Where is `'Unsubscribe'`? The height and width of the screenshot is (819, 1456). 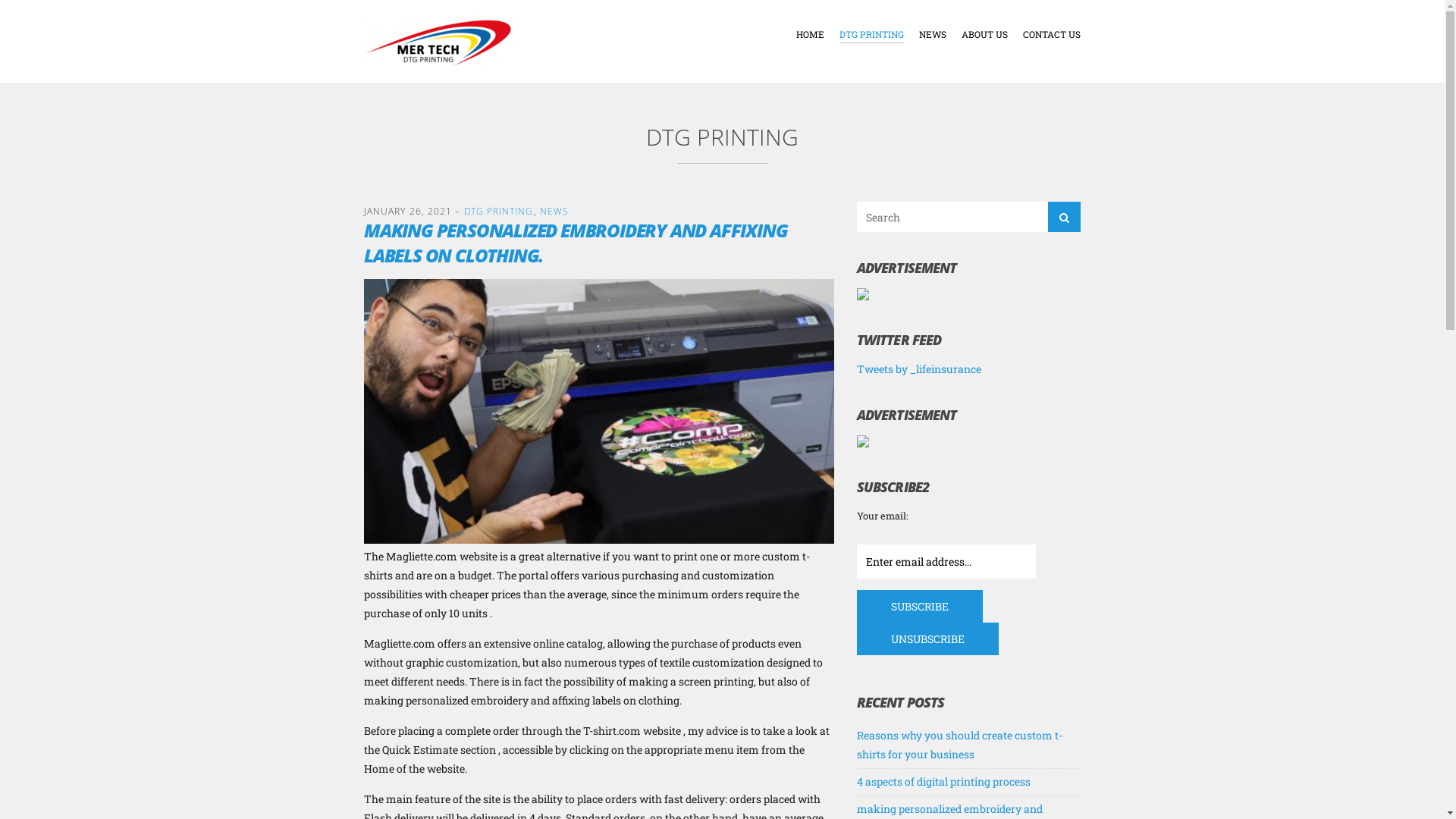
'Unsubscribe' is located at coordinates (927, 639).